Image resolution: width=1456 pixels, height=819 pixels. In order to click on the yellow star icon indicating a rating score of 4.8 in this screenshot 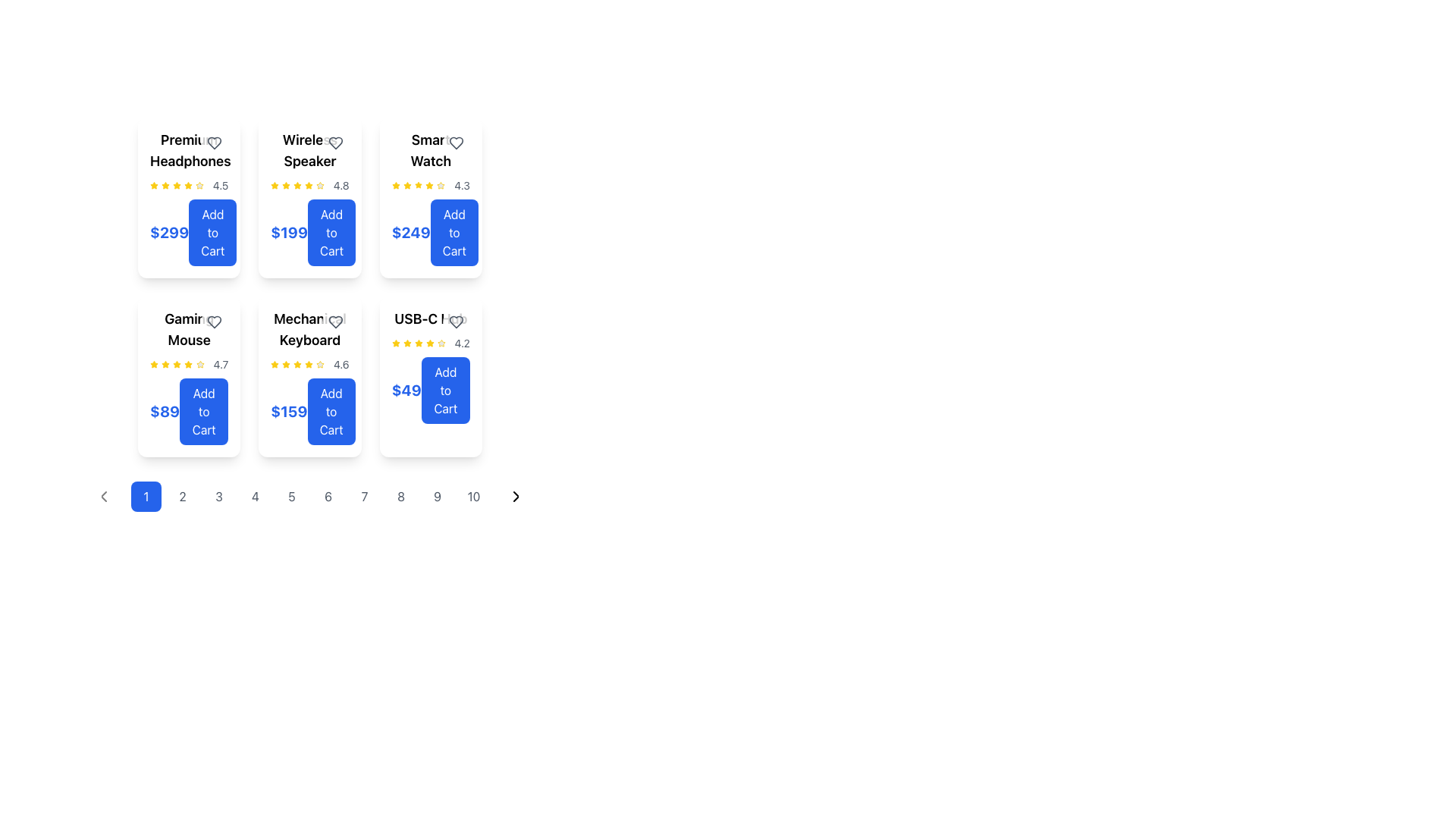, I will do `click(308, 185)`.